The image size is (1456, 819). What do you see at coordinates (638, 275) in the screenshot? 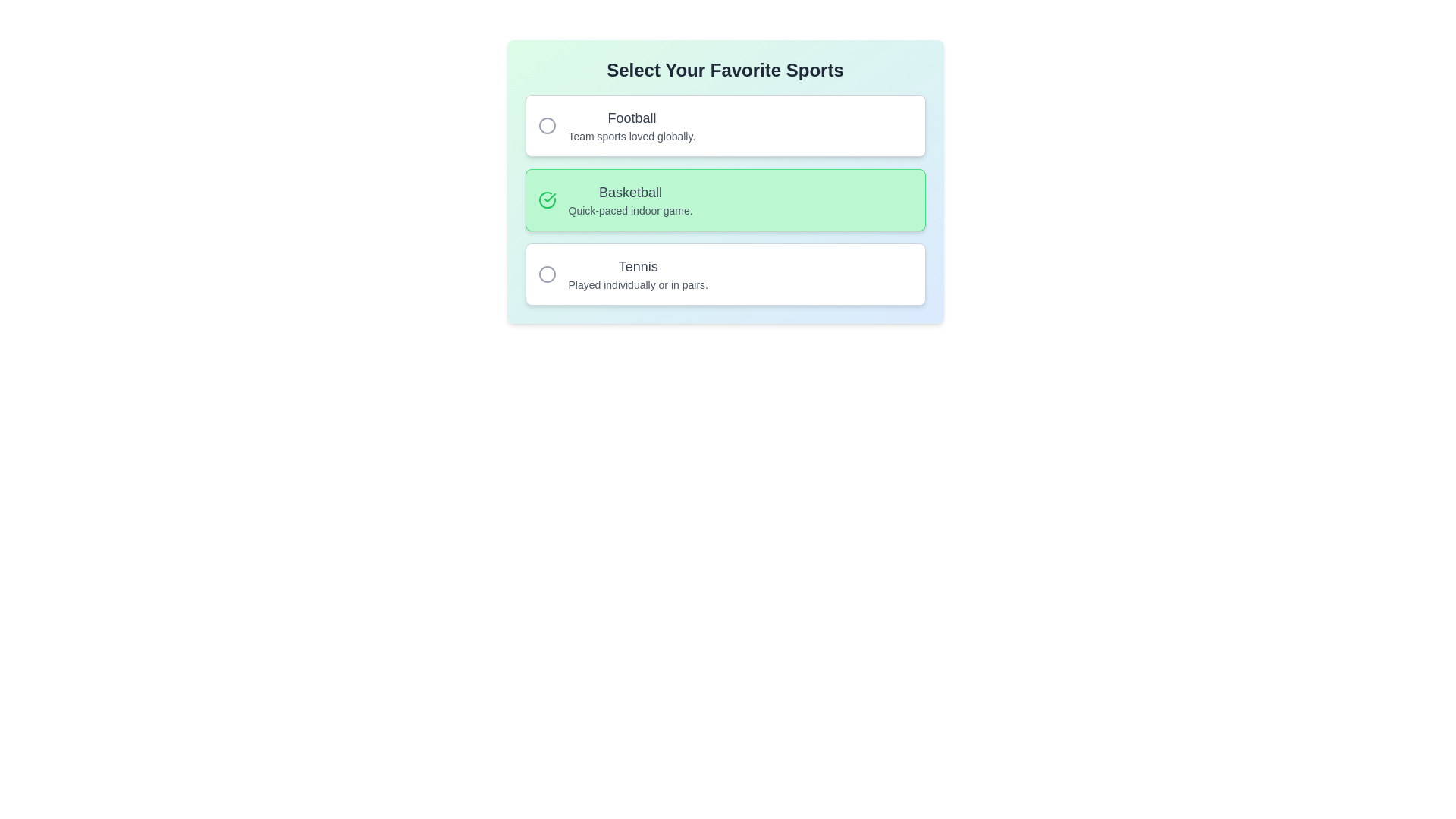
I see `informational static text content about 'Tennis' located within the third selectable card, positioned below the 'Basketball' card` at bounding box center [638, 275].